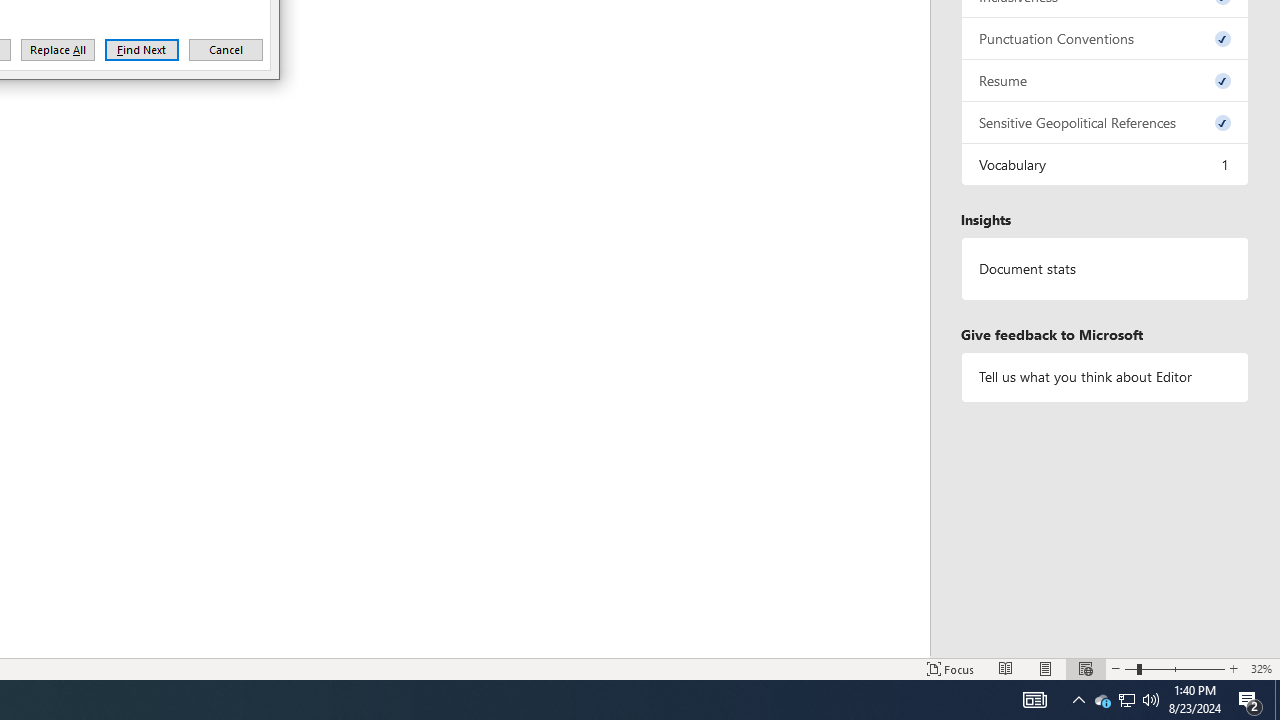 This screenshot has width=1280, height=720. I want to click on 'Tell us what you think about Editor', so click(1104, 377).